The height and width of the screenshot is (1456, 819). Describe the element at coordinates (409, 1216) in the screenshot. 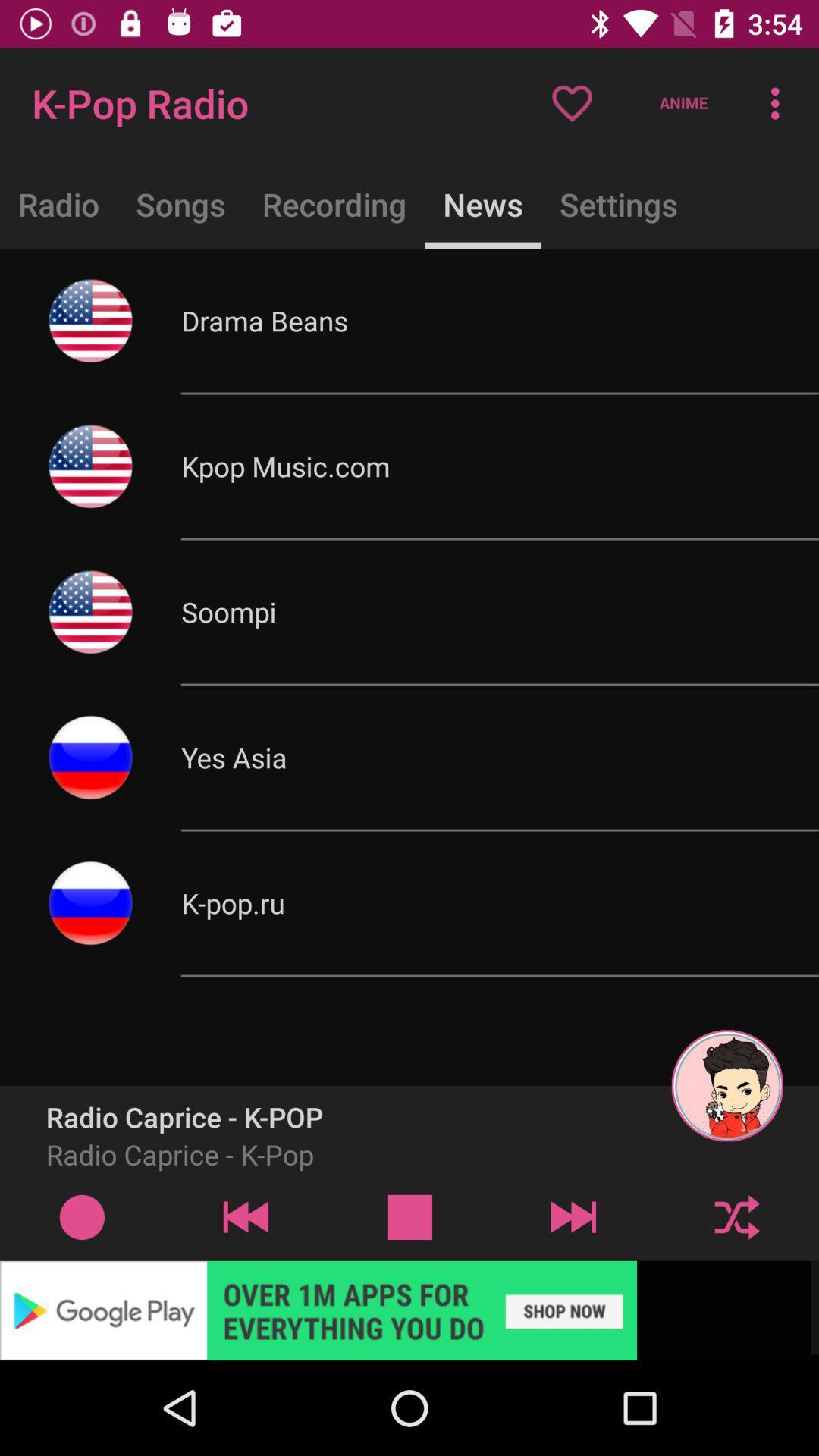

I see `stop` at that location.